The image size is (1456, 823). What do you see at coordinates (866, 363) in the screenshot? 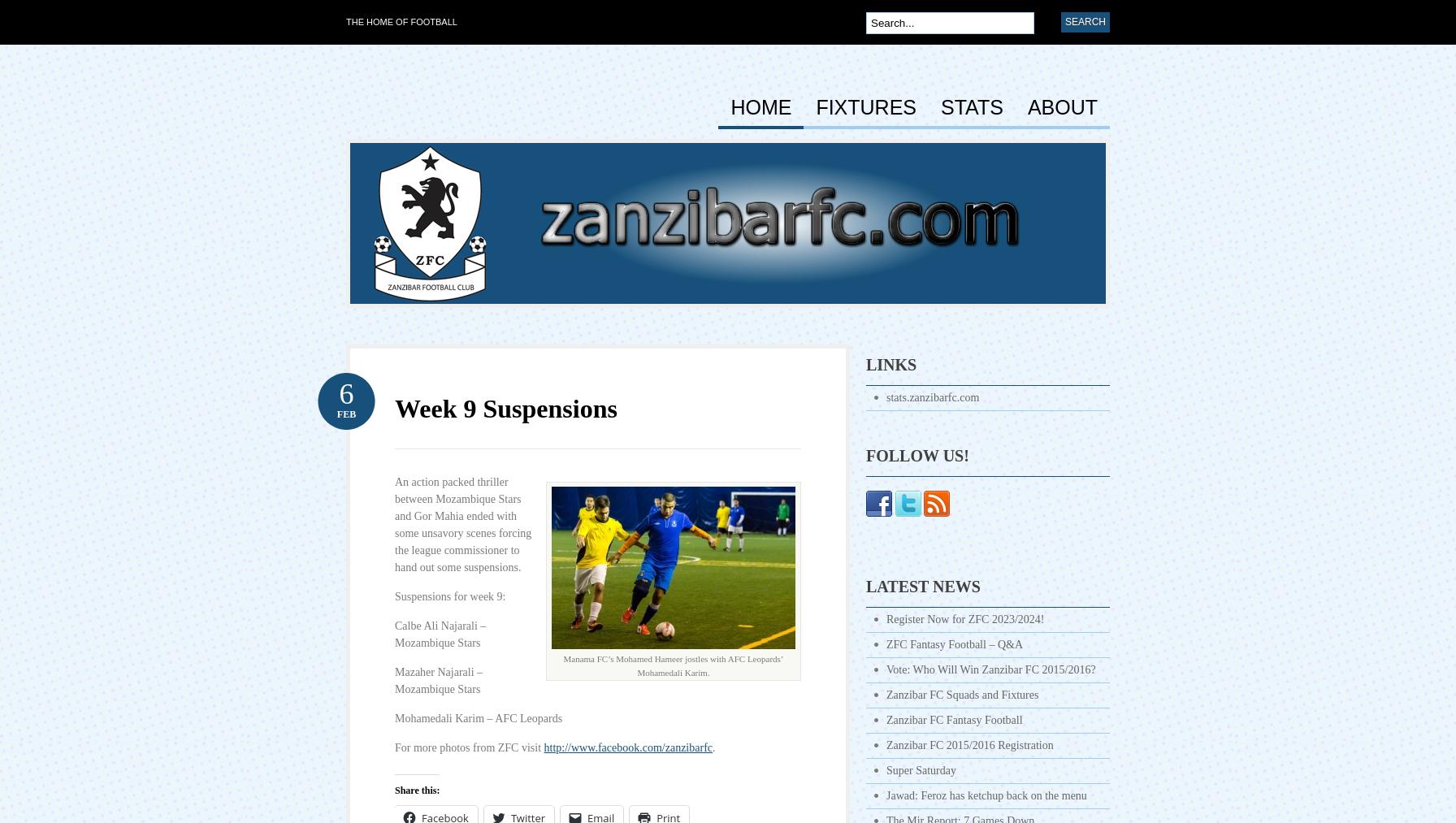
I see `'Links'` at bounding box center [866, 363].